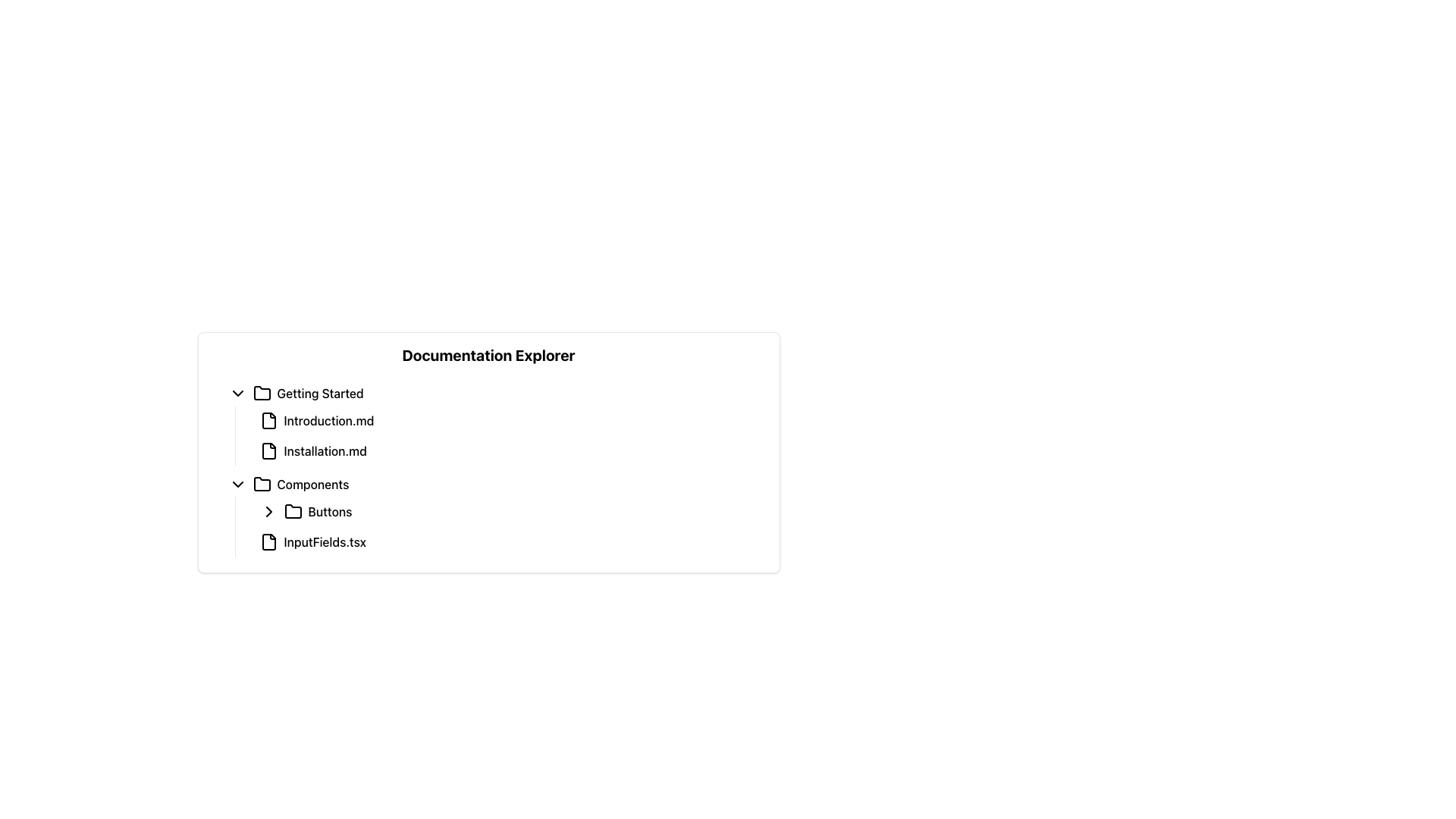  What do you see at coordinates (268, 421) in the screenshot?
I see `the document icon with a white background and thin black outline located under the 'Getting Started' section, preceding the 'Introduction.md' label` at bounding box center [268, 421].